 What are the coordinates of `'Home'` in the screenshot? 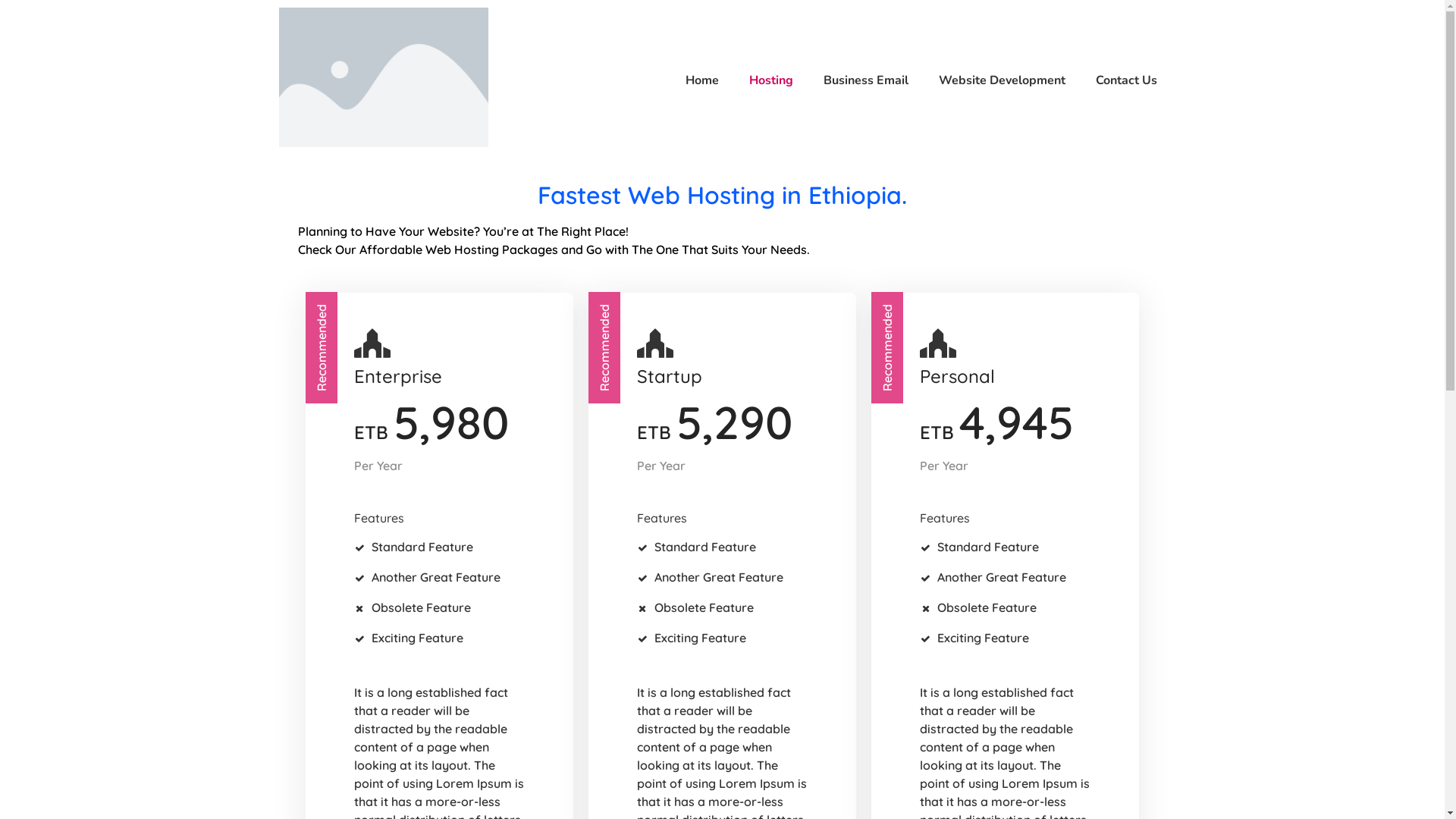 It's located at (694, 80).